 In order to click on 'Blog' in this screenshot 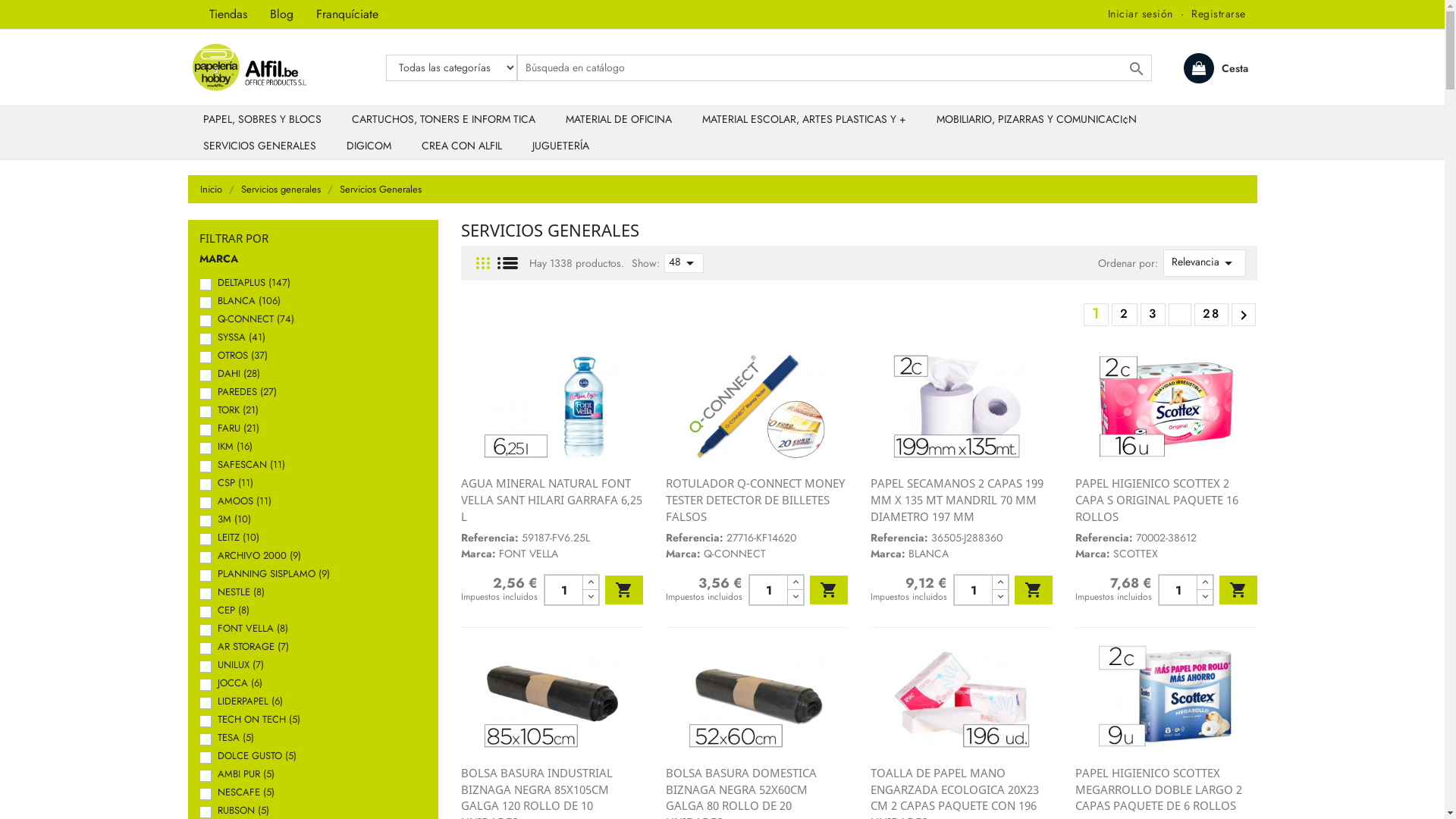, I will do `click(281, 14)`.